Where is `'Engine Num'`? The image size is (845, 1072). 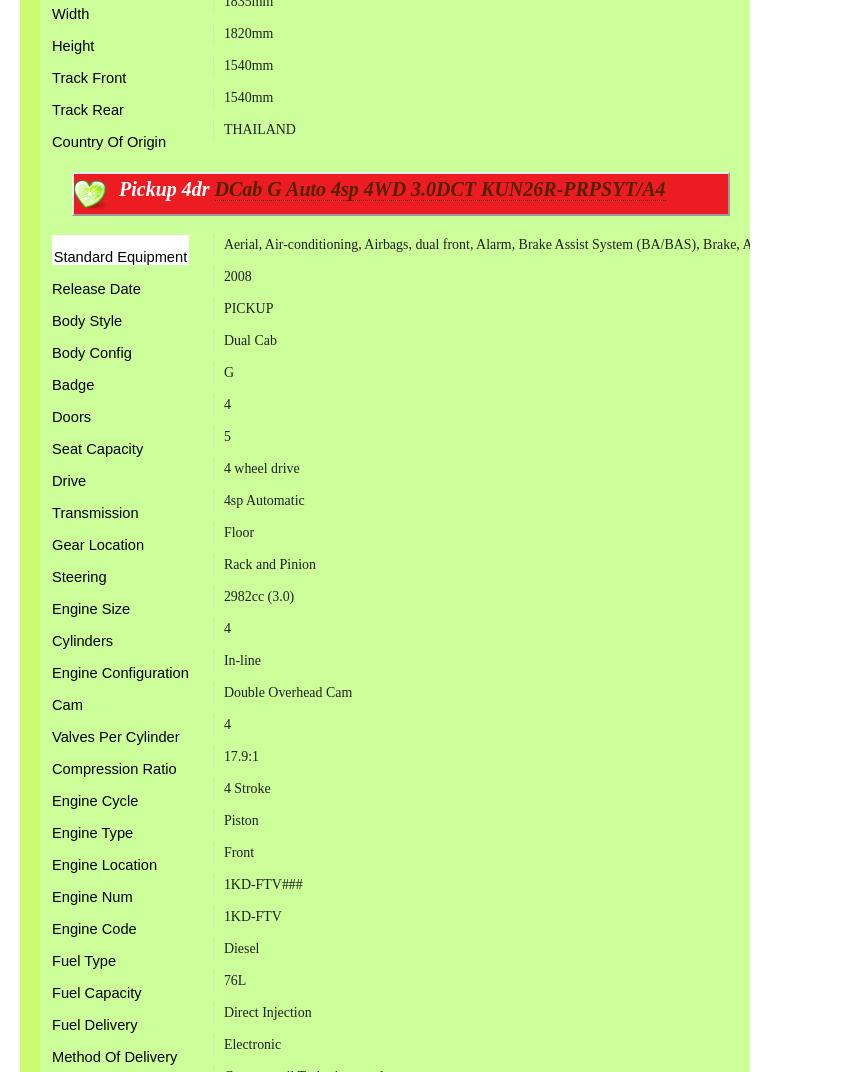 'Engine Num' is located at coordinates (50, 895).